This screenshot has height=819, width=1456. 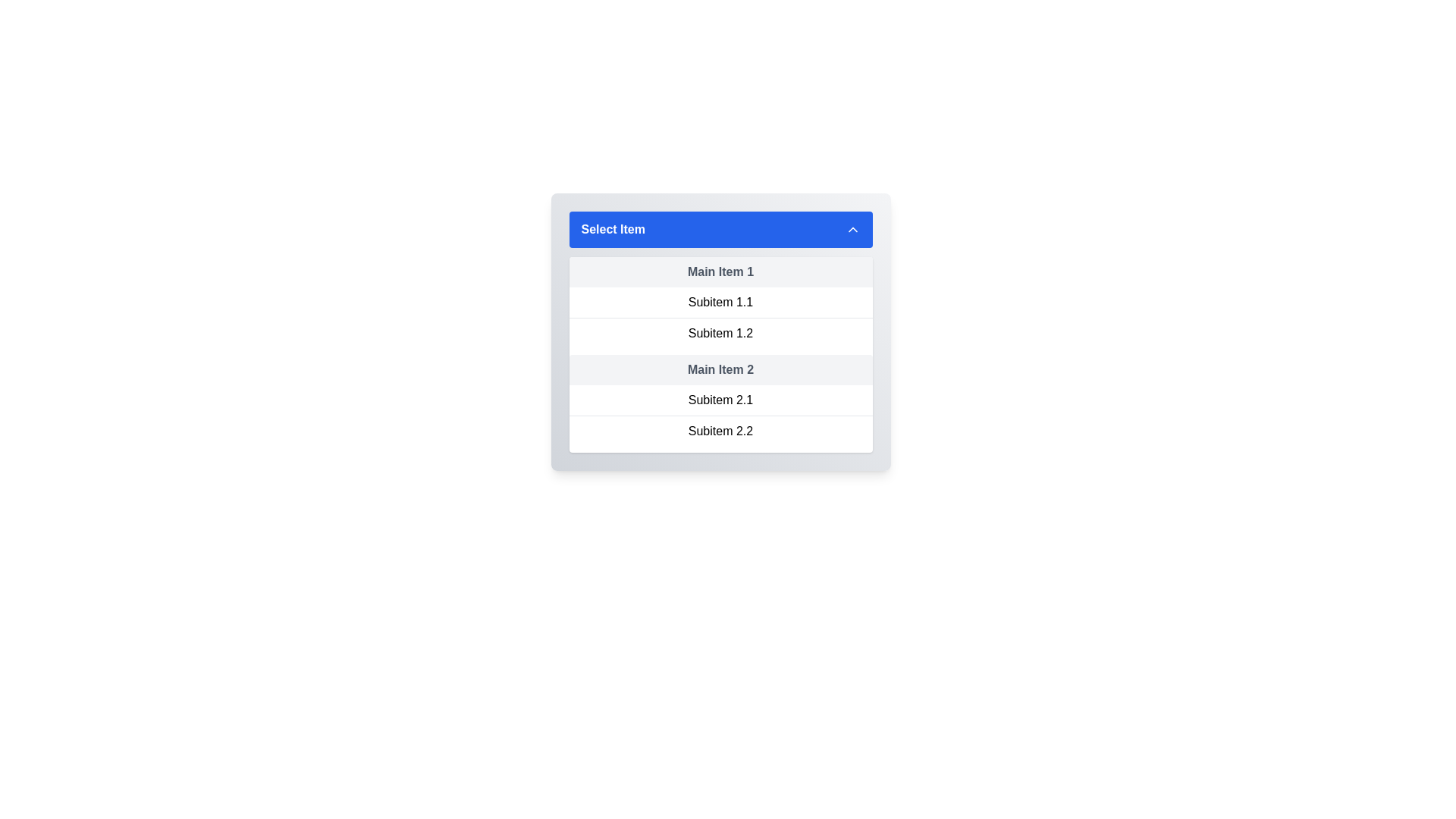 What do you see at coordinates (720, 271) in the screenshot?
I see `the static text label or subgroup header located below the blue header labeled 'Select Item' in the dropdown menu` at bounding box center [720, 271].